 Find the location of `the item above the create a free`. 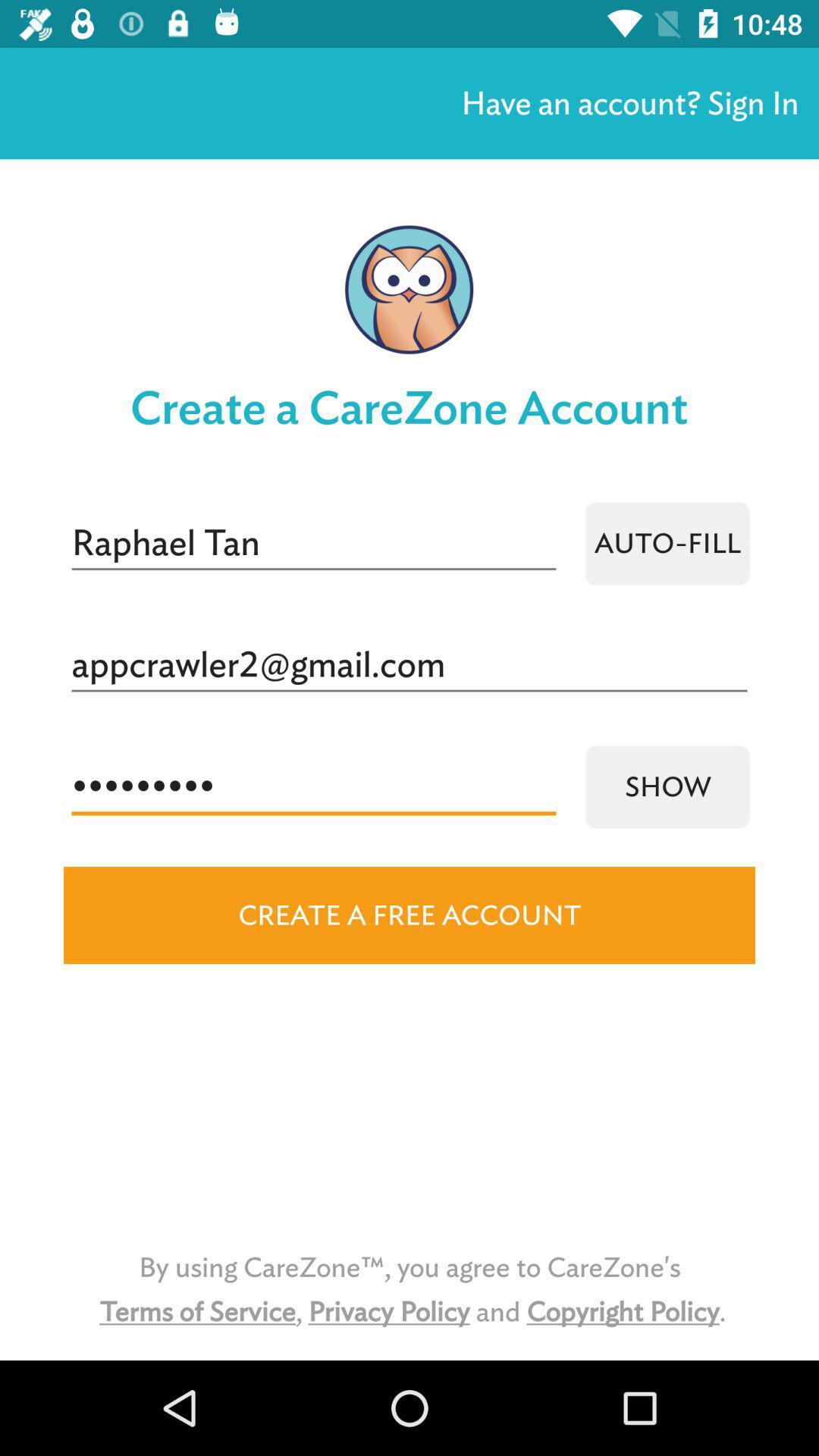

the item above the create a free is located at coordinates (667, 786).